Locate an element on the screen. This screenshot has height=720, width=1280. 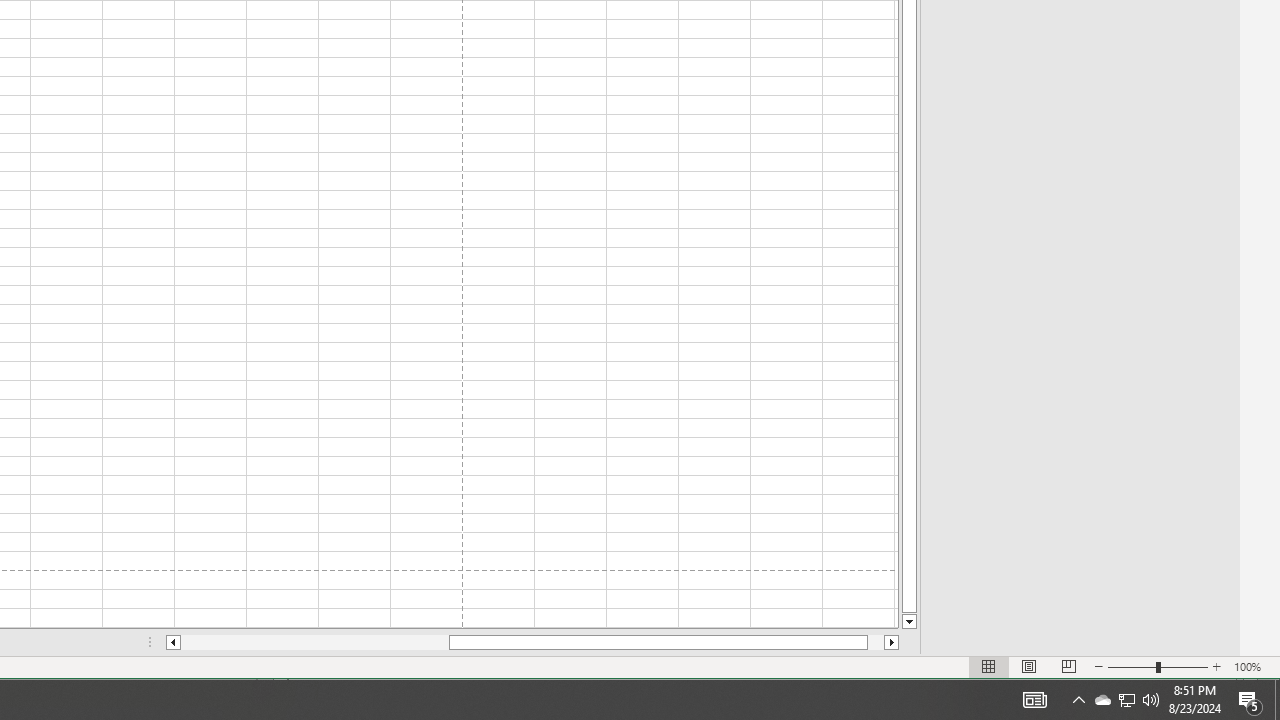
'Action Center, 5 new notifications' is located at coordinates (1250, 698).